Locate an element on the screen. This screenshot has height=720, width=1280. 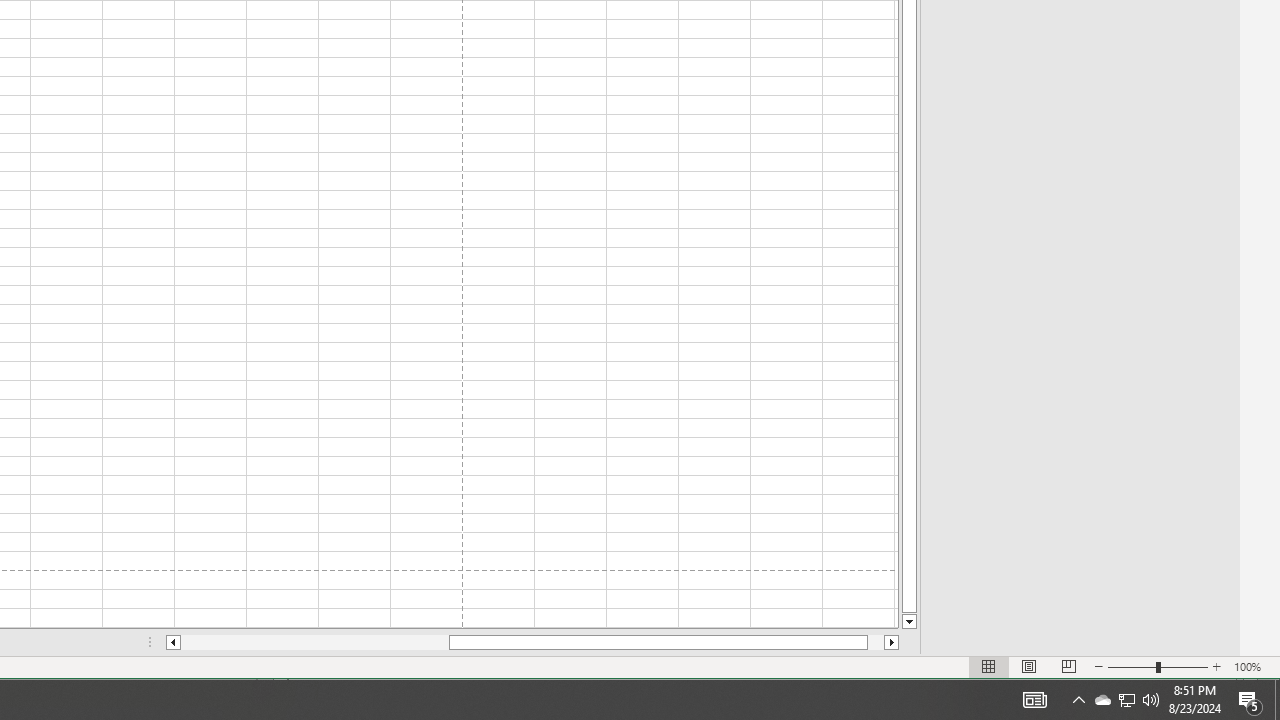
'Action Center, 5 new notifications' is located at coordinates (1250, 698).